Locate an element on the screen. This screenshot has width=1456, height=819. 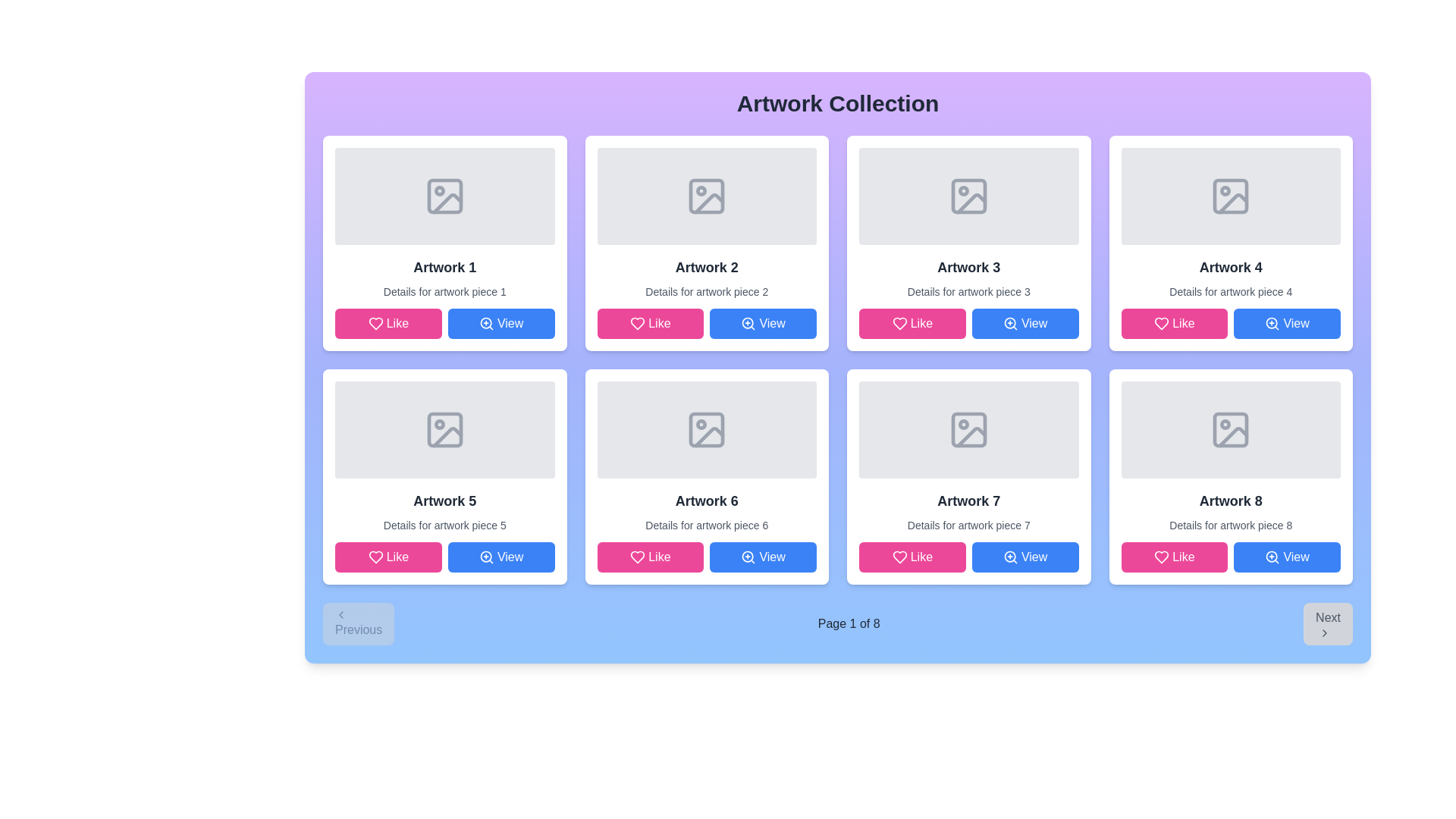
the button located in the second row of the grid layout, specifically under the card labeled 'Artwork 5' is located at coordinates (501, 557).